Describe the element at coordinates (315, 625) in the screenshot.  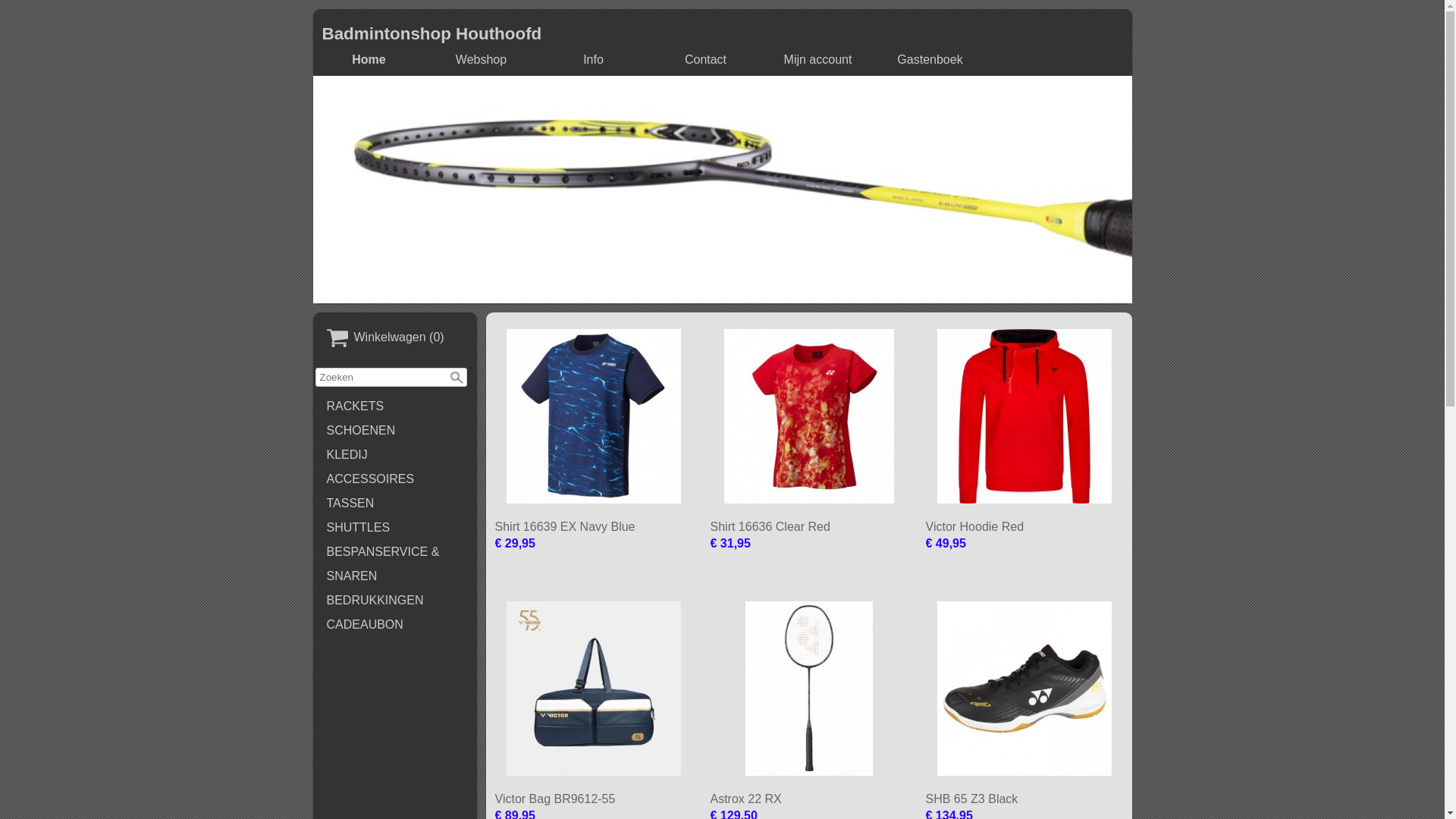
I see `'CADEAUBON'` at that location.